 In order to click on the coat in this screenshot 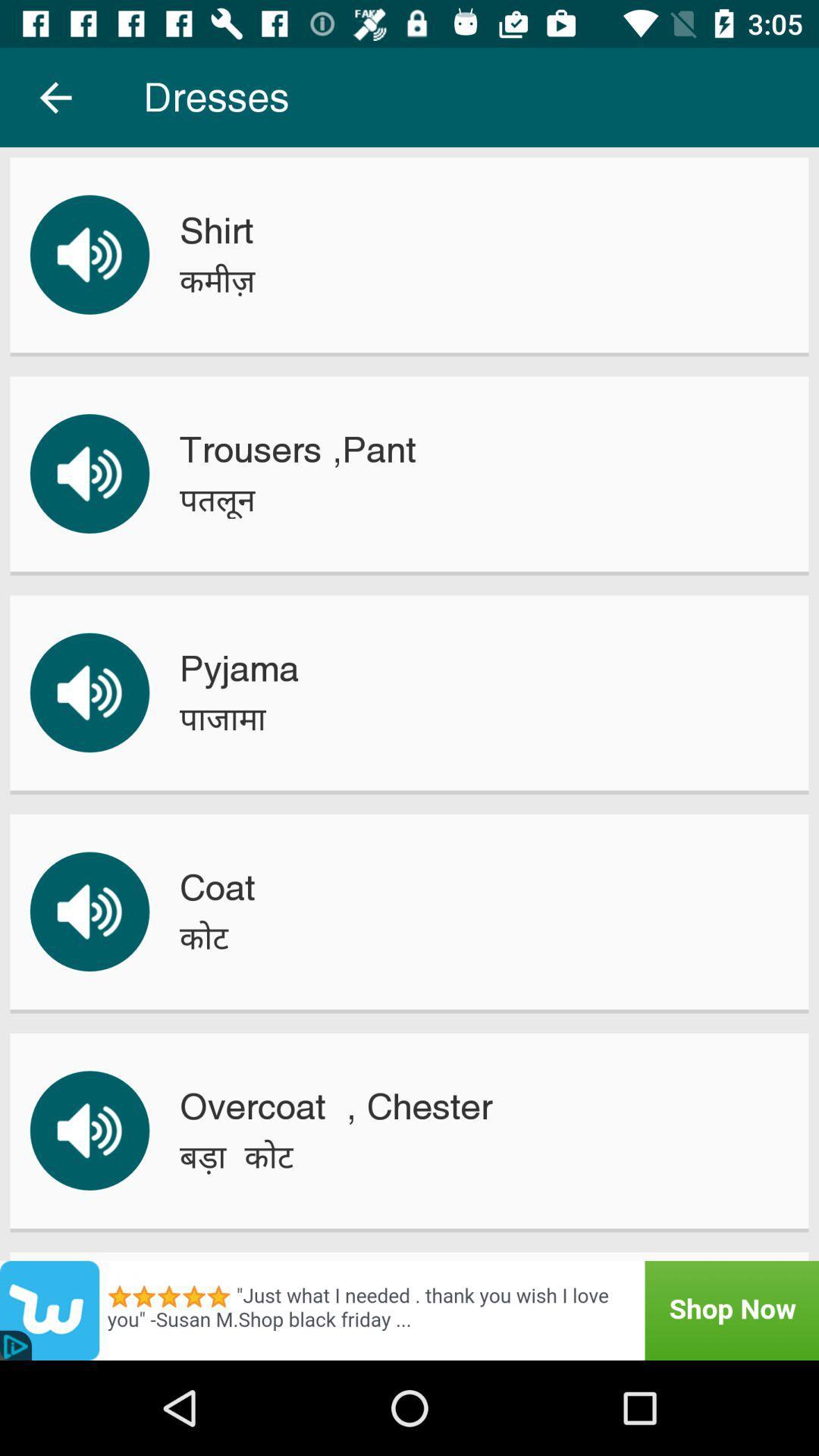, I will do `click(217, 887)`.